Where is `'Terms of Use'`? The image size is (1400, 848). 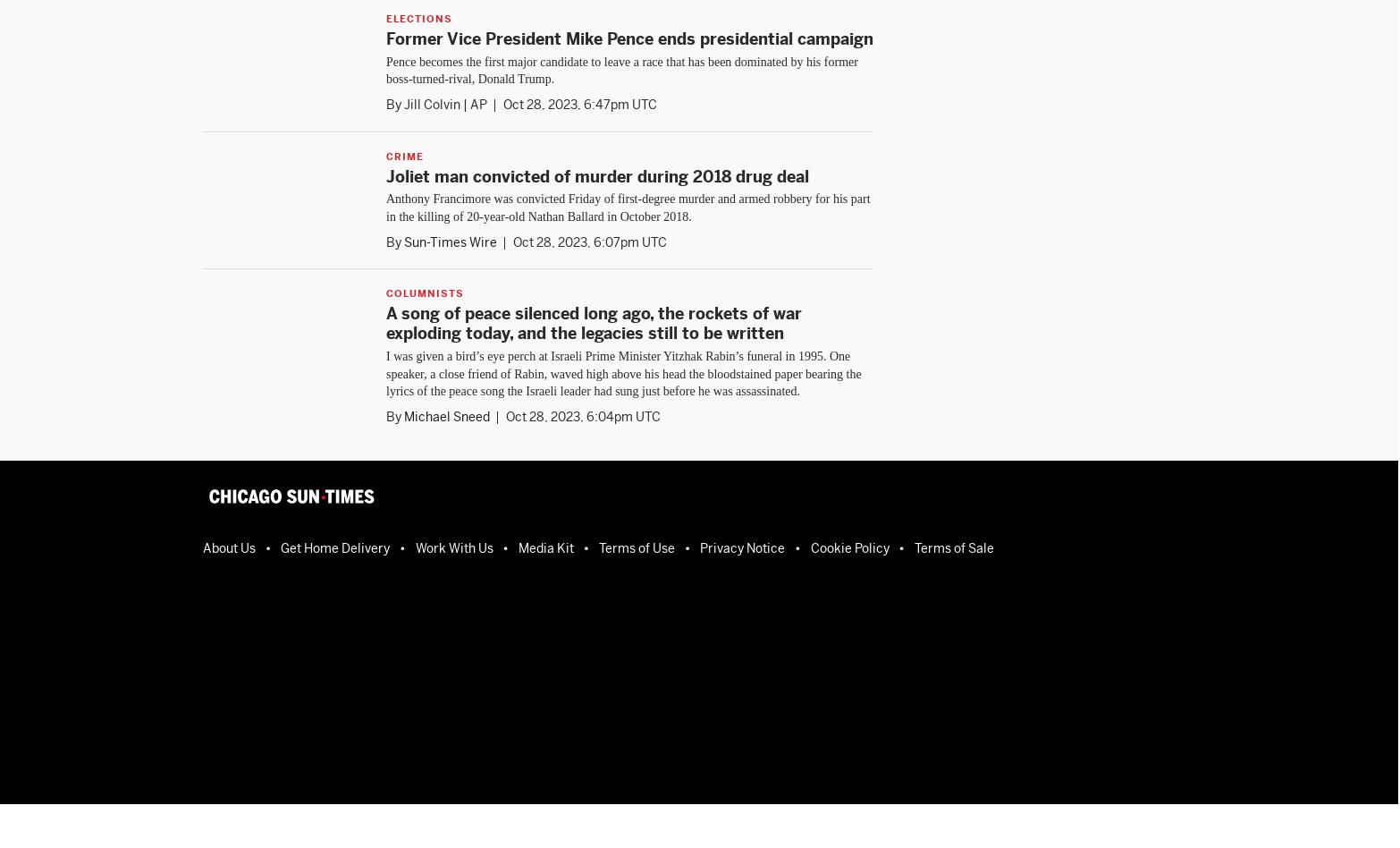
'Terms of Use' is located at coordinates (636, 547).